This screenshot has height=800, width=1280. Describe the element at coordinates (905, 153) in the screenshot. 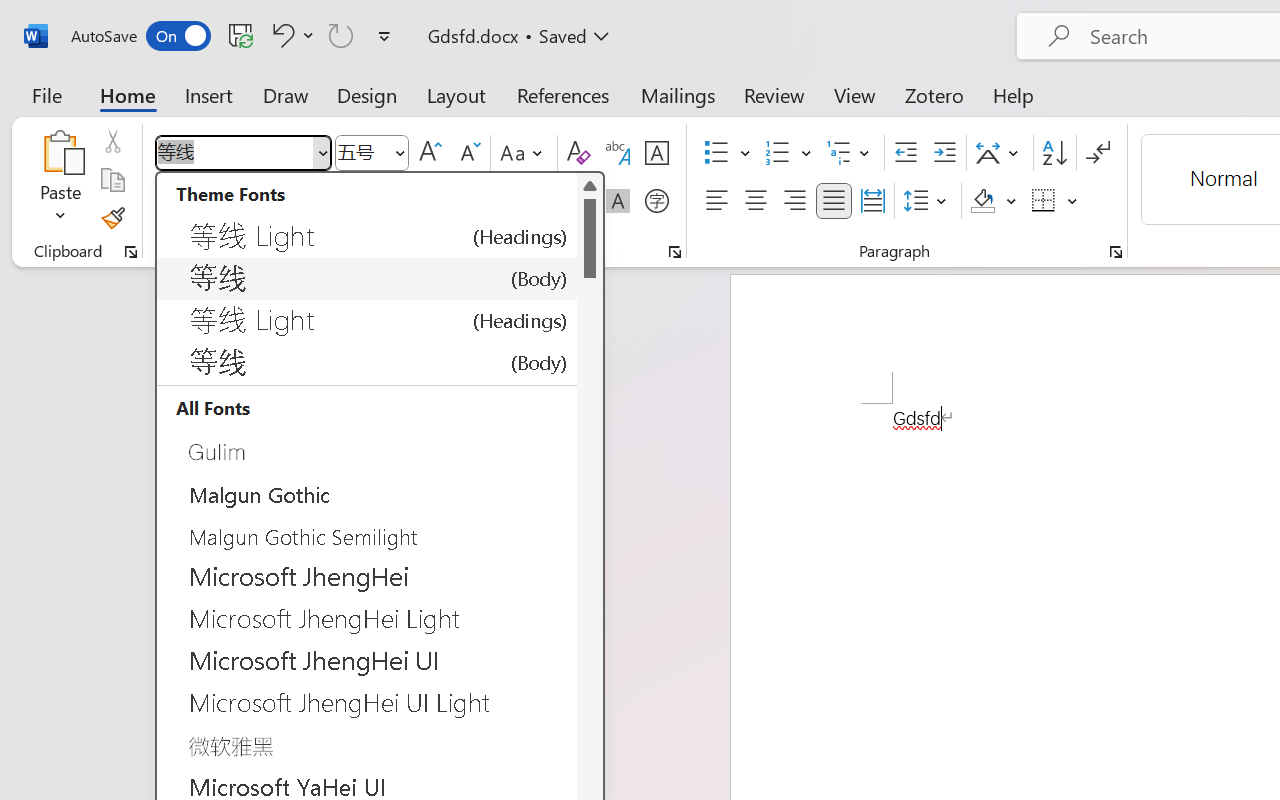

I see `'Decrease Indent'` at that location.